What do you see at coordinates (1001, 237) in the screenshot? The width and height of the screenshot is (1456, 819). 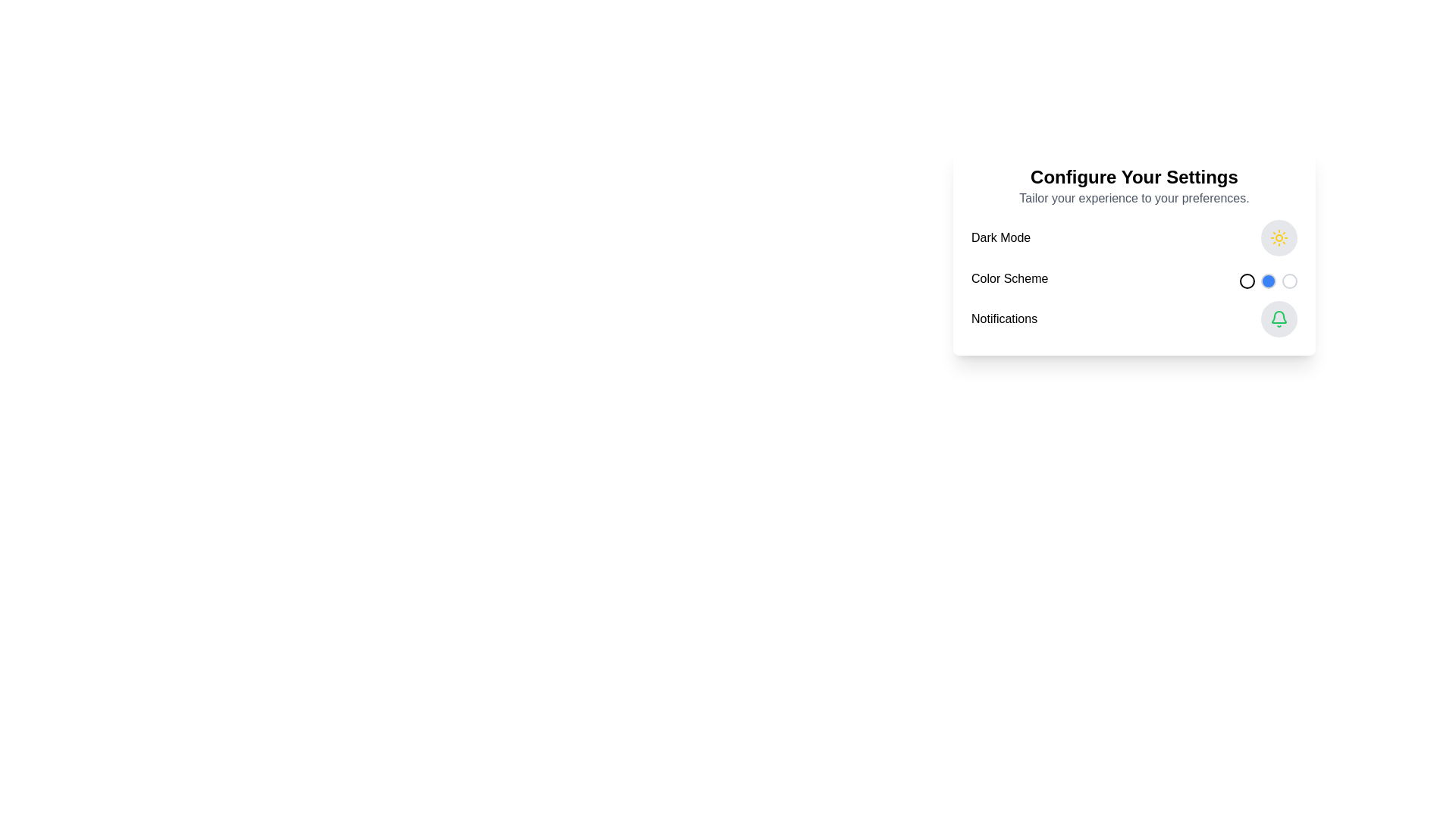 I see `the 'Dark Mode' text label element located in the settings configuration card, positioned above 'Color Scheme.'` at bounding box center [1001, 237].